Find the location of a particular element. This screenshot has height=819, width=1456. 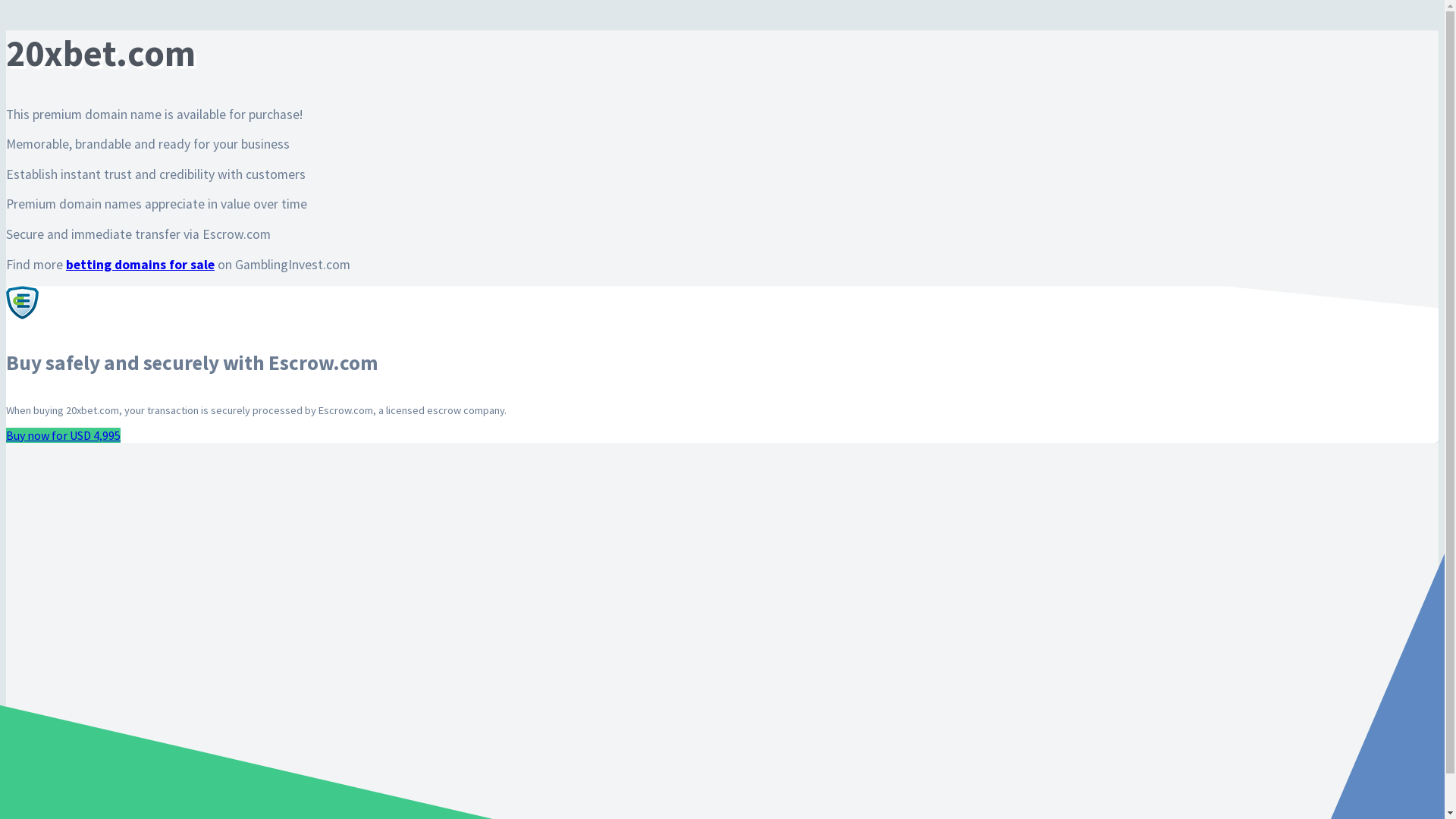

'Buy now for USD 4,995' is located at coordinates (62, 435).